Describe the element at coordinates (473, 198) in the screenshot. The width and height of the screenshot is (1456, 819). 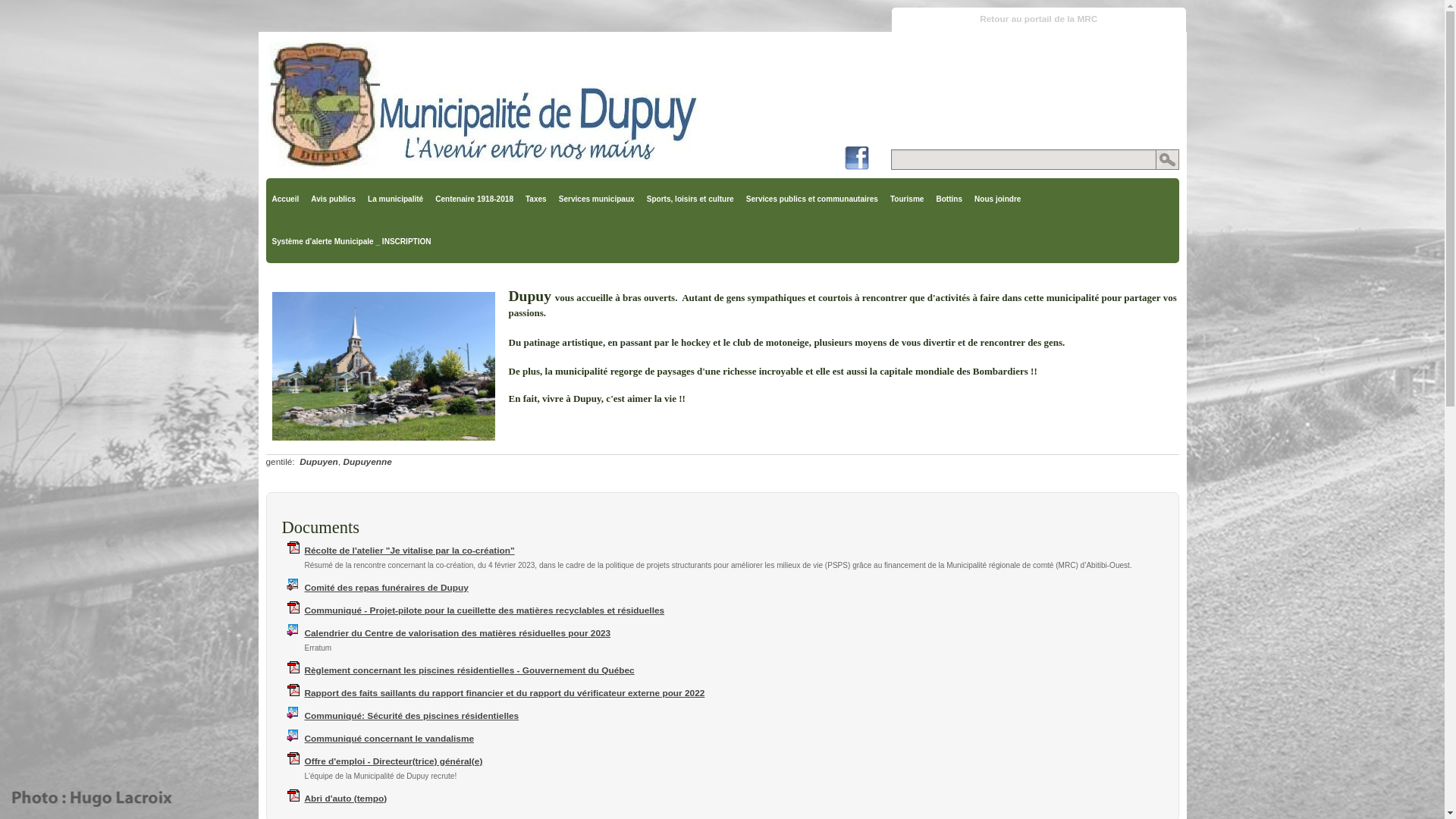
I see `'Centenaire 1918-2018'` at that location.